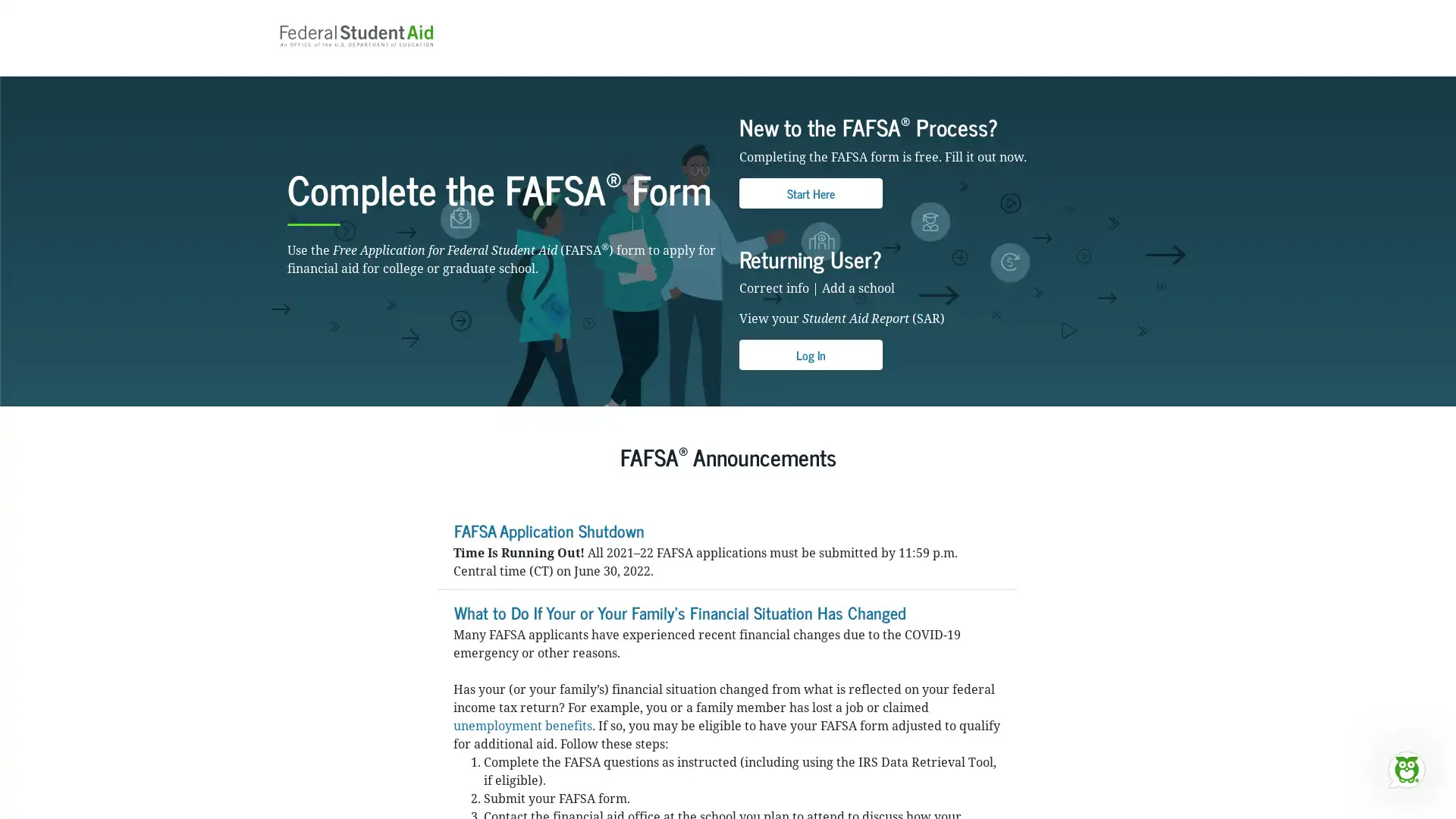 The height and width of the screenshot is (819, 1456). What do you see at coordinates (548, 551) in the screenshot?
I see `FAFSA Application Shutdown` at bounding box center [548, 551].